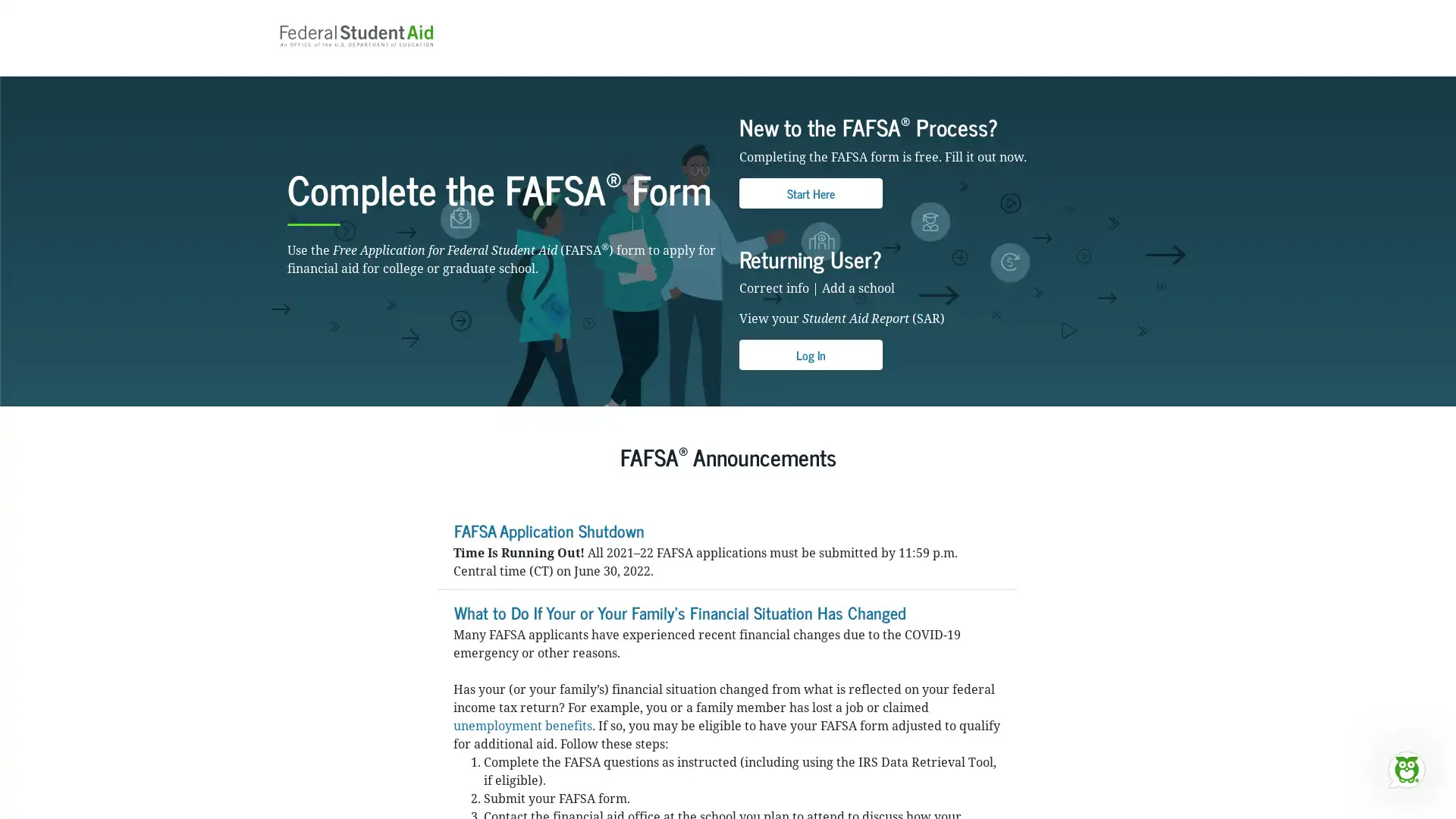 The height and width of the screenshot is (819, 1456). What do you see at coordinates (548, 551) in the screenshot?
I see `FAFSA Application Shutdown` at bounding box center [548, 551].